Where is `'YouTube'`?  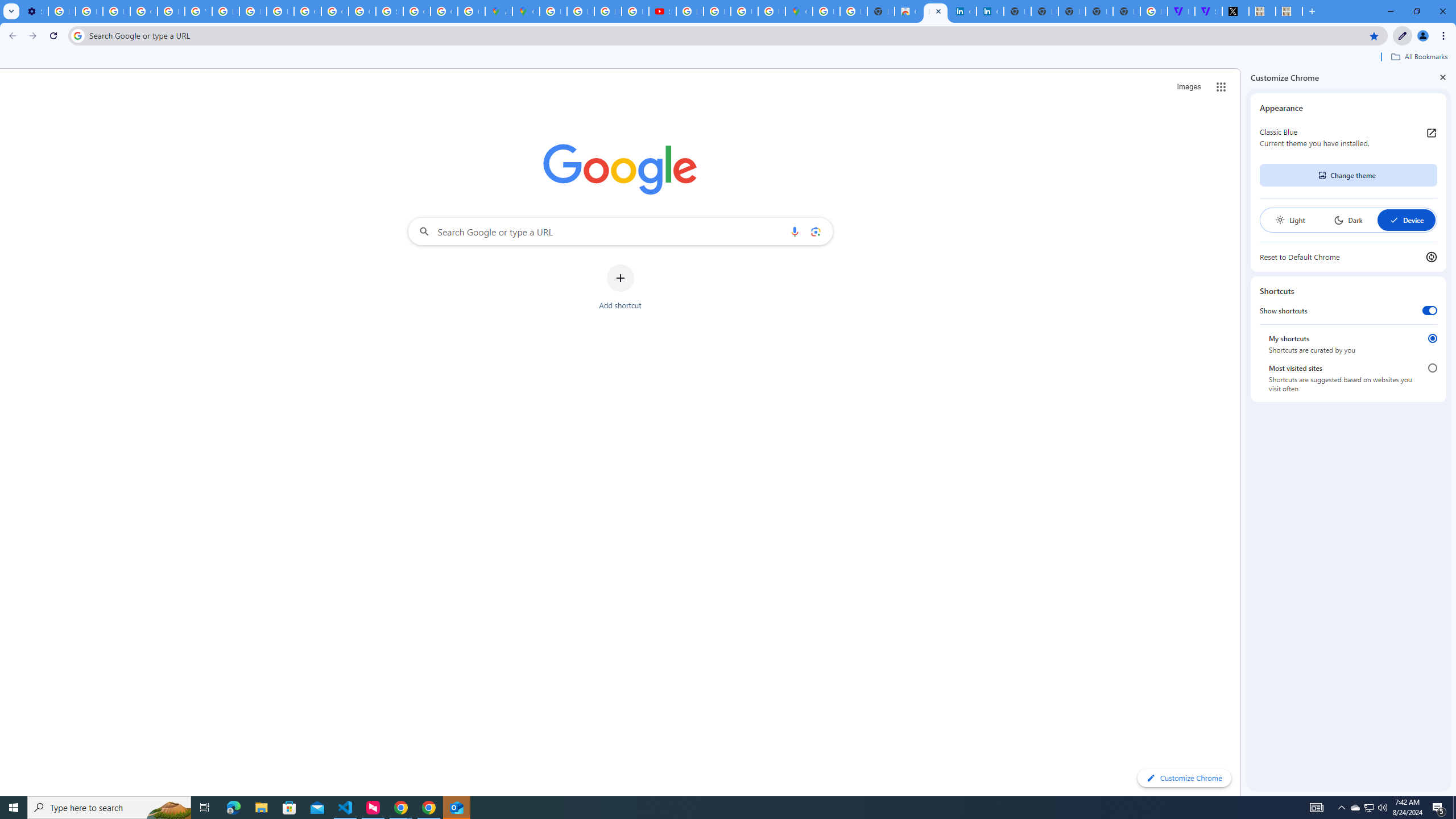 'YouTube' is located at coordinates (197, 11).